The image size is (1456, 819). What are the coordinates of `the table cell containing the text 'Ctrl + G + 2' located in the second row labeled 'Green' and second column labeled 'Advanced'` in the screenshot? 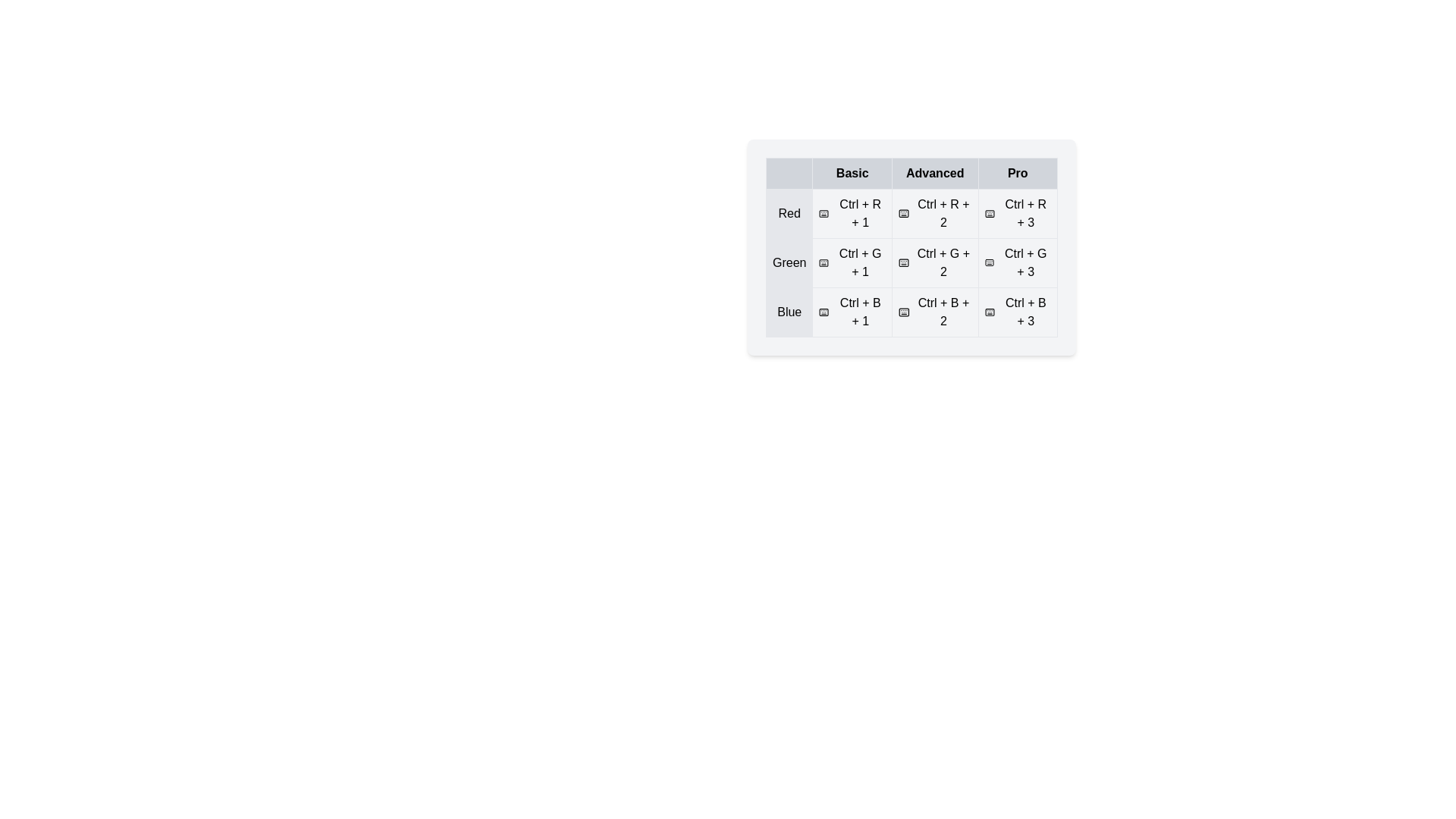 It's located at (911, 246).